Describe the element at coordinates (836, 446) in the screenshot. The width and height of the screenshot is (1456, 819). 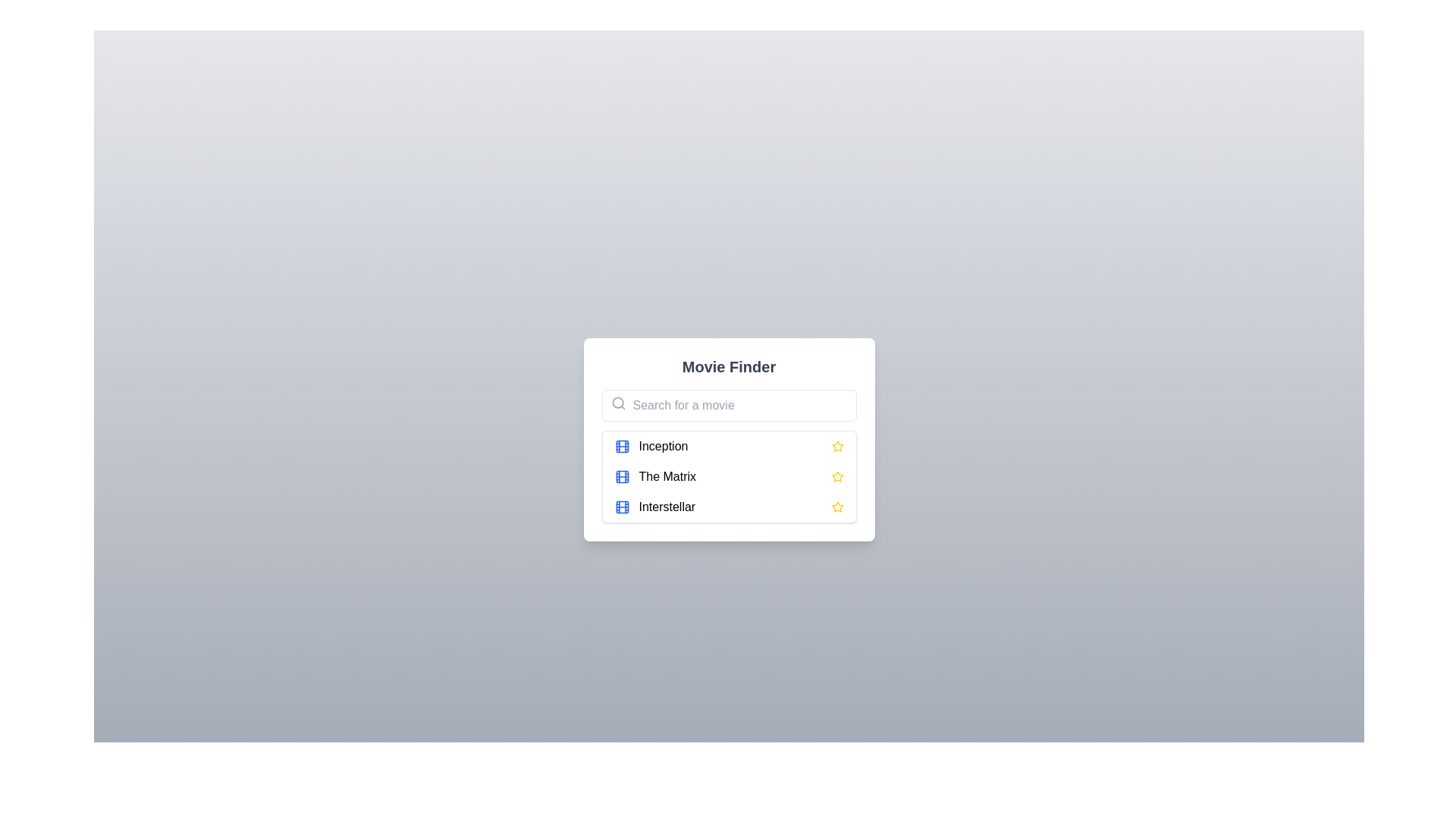
I see `the interactive rating button located on the far-right side of the row labeled 'Inception'` at that location.